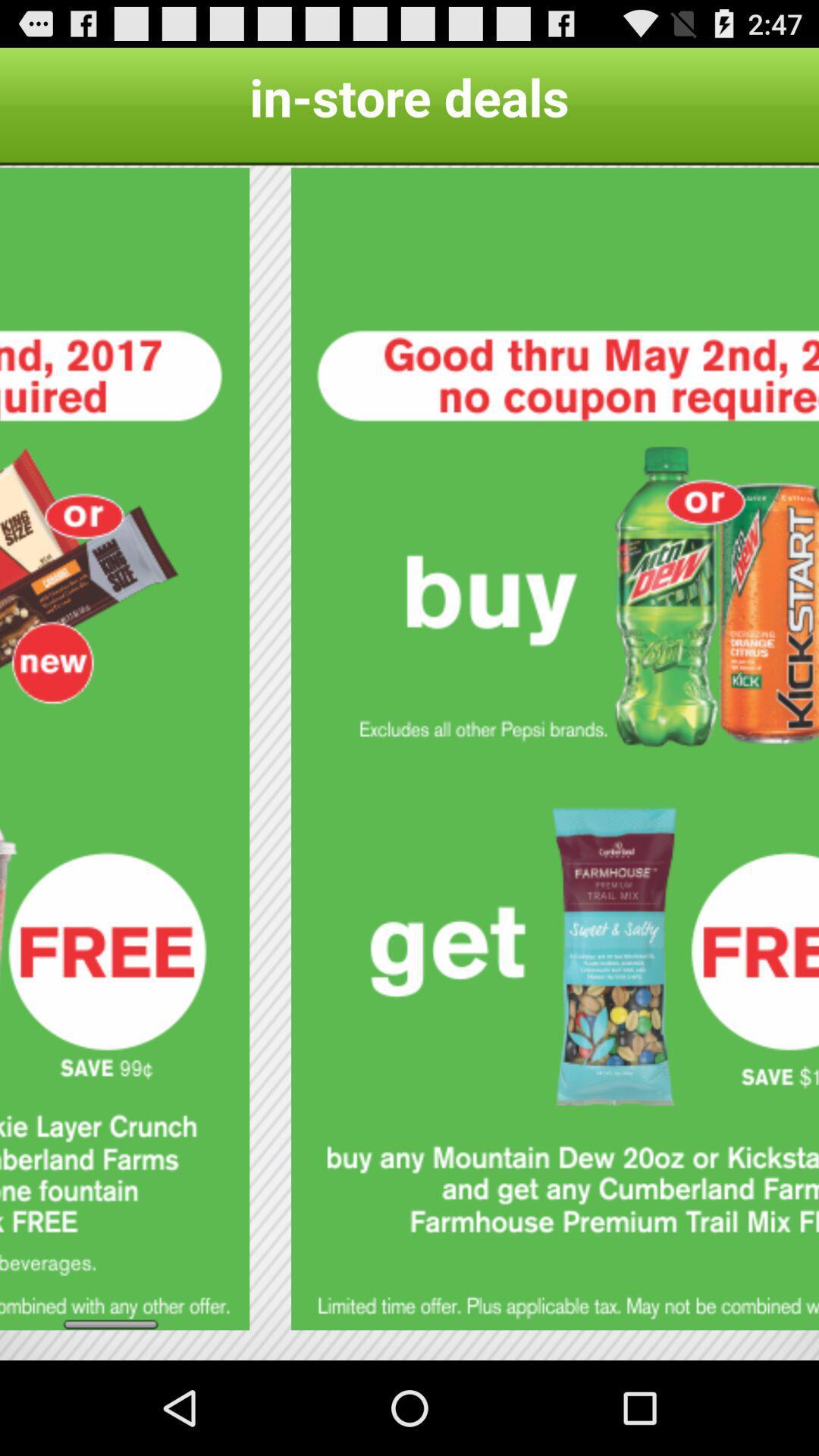  I want to click on scroll to previous, so click(124, 748).